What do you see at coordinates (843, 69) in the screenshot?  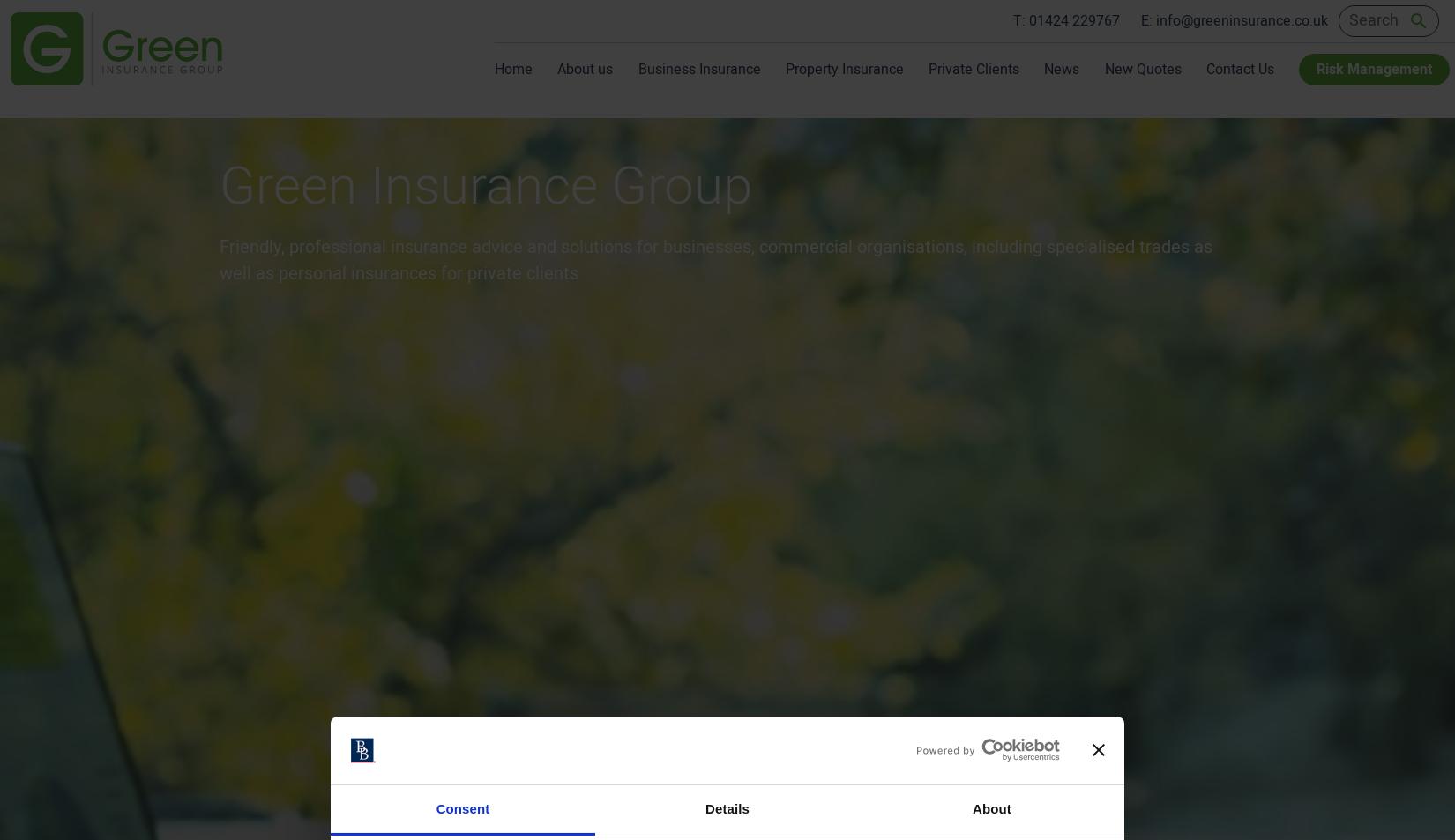 I see `'Property Insurance'` at bounding box center [843, 69].